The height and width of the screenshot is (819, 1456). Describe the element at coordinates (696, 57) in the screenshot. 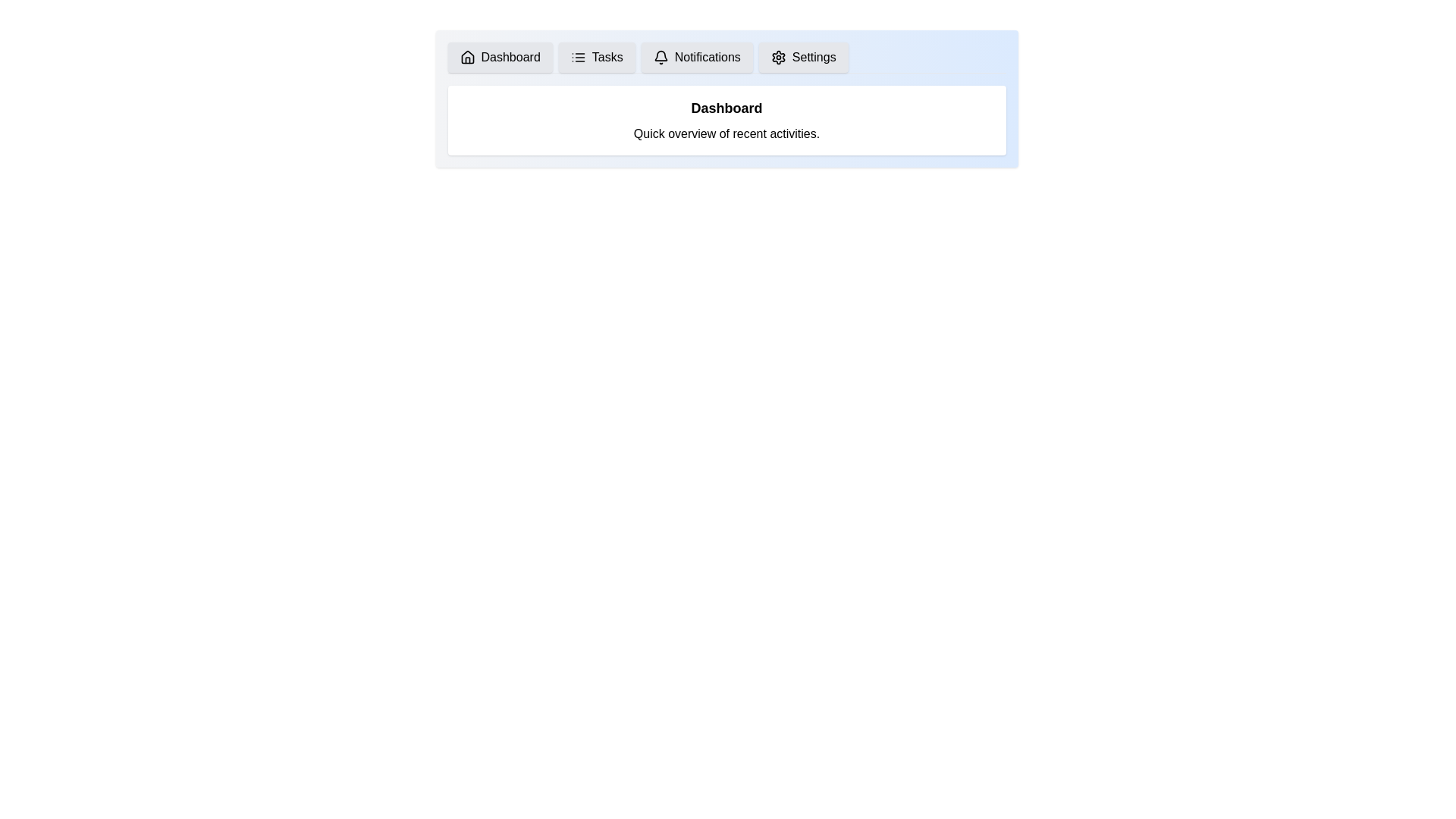

I see `the tab labeled Notifications to view its content` at that location.